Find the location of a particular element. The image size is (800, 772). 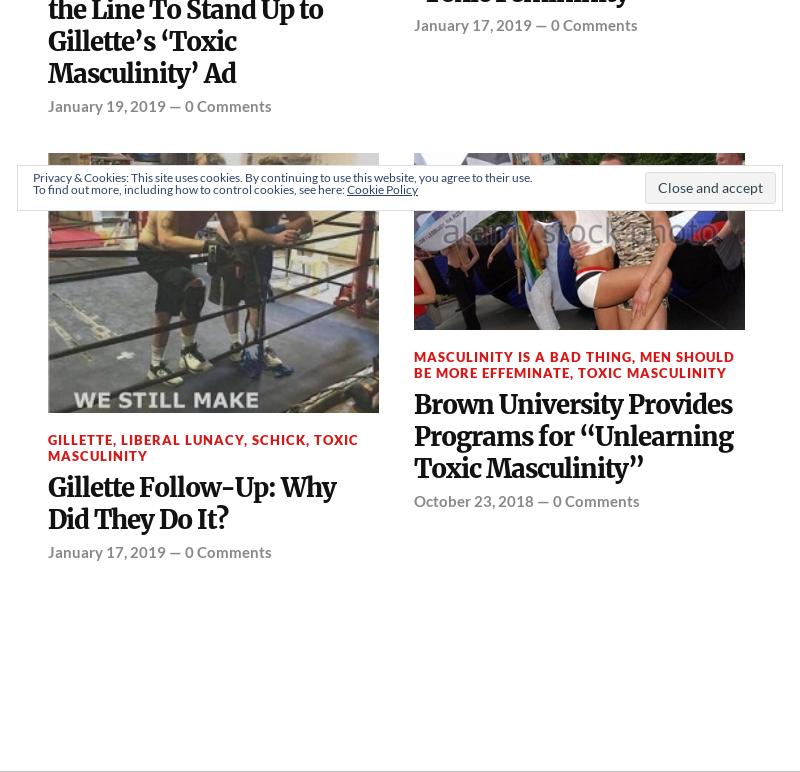

'Privacy & Cookies: This site uses cookies. By continuing to use this website, you agree to their use.' is located at coordinates (283, 176).